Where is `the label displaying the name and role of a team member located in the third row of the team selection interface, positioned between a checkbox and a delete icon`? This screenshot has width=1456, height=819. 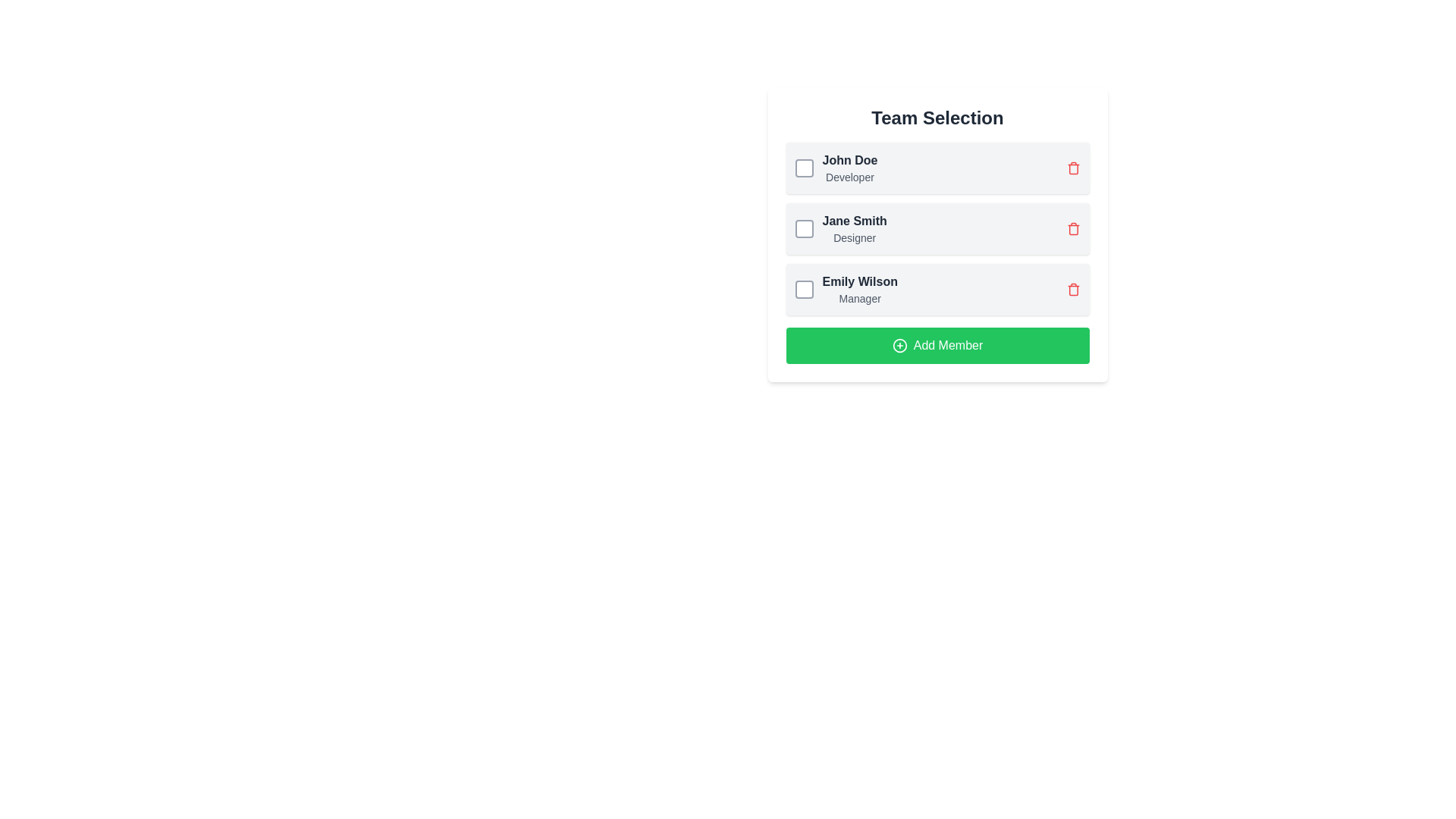
the label displaying the name and role of a team member located in the third row of the team selection interface, positioned between a checkbox and a delete icon is located at coordinates (860, 289).